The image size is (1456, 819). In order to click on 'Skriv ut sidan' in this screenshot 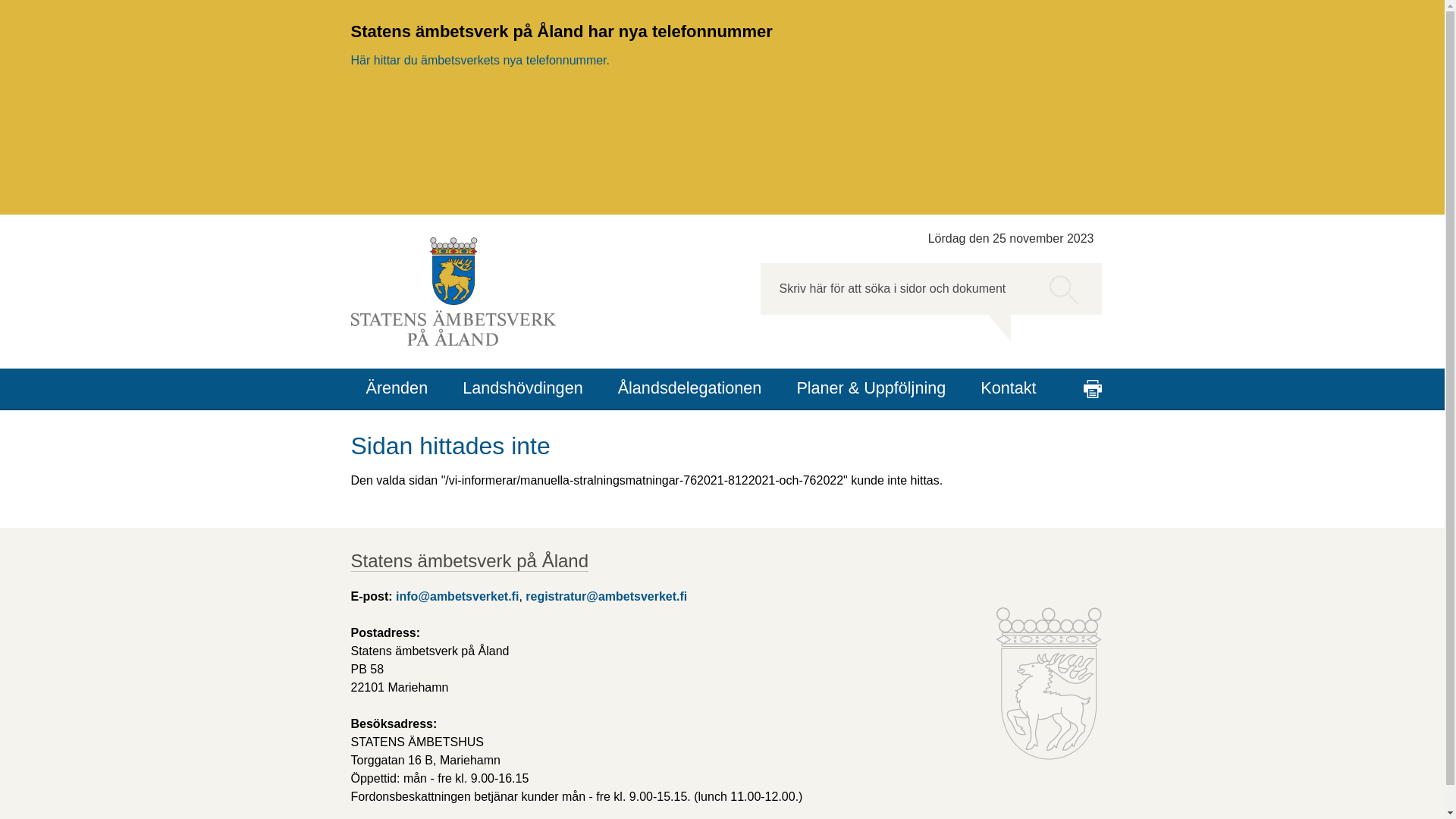, I will do `click(1092, 388)`.